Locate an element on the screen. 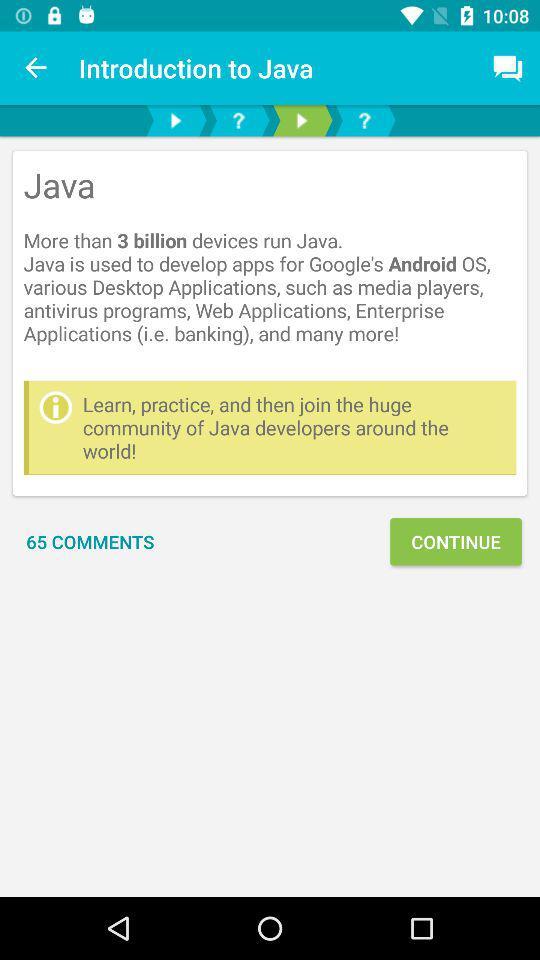  item above continue icon is located at coordinates (293, 427).